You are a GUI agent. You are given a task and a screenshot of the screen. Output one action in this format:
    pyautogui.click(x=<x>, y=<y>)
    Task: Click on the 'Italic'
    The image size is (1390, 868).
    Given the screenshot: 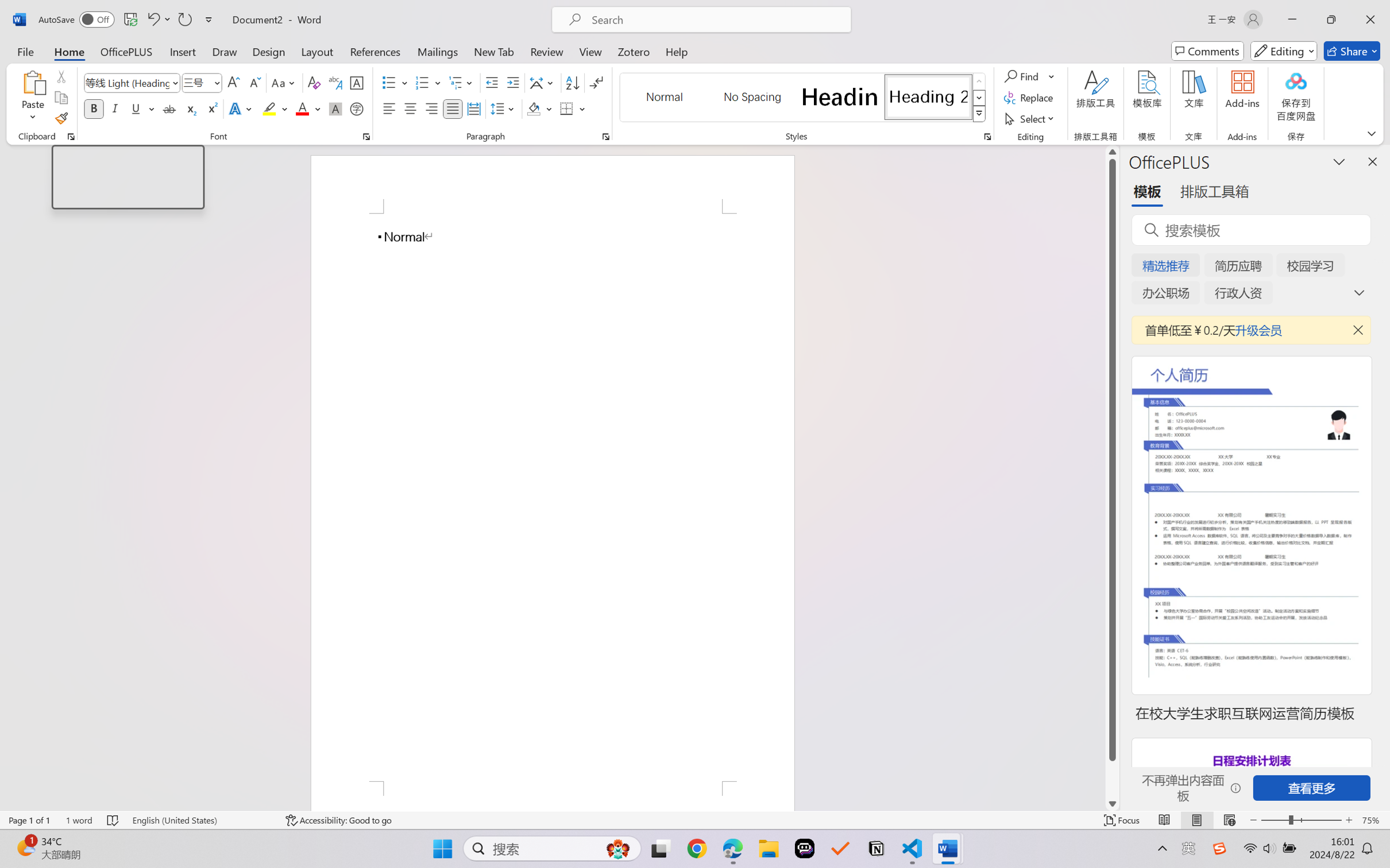 What is the action you would take?
    pyautogui.click(x=114, y=108)
    